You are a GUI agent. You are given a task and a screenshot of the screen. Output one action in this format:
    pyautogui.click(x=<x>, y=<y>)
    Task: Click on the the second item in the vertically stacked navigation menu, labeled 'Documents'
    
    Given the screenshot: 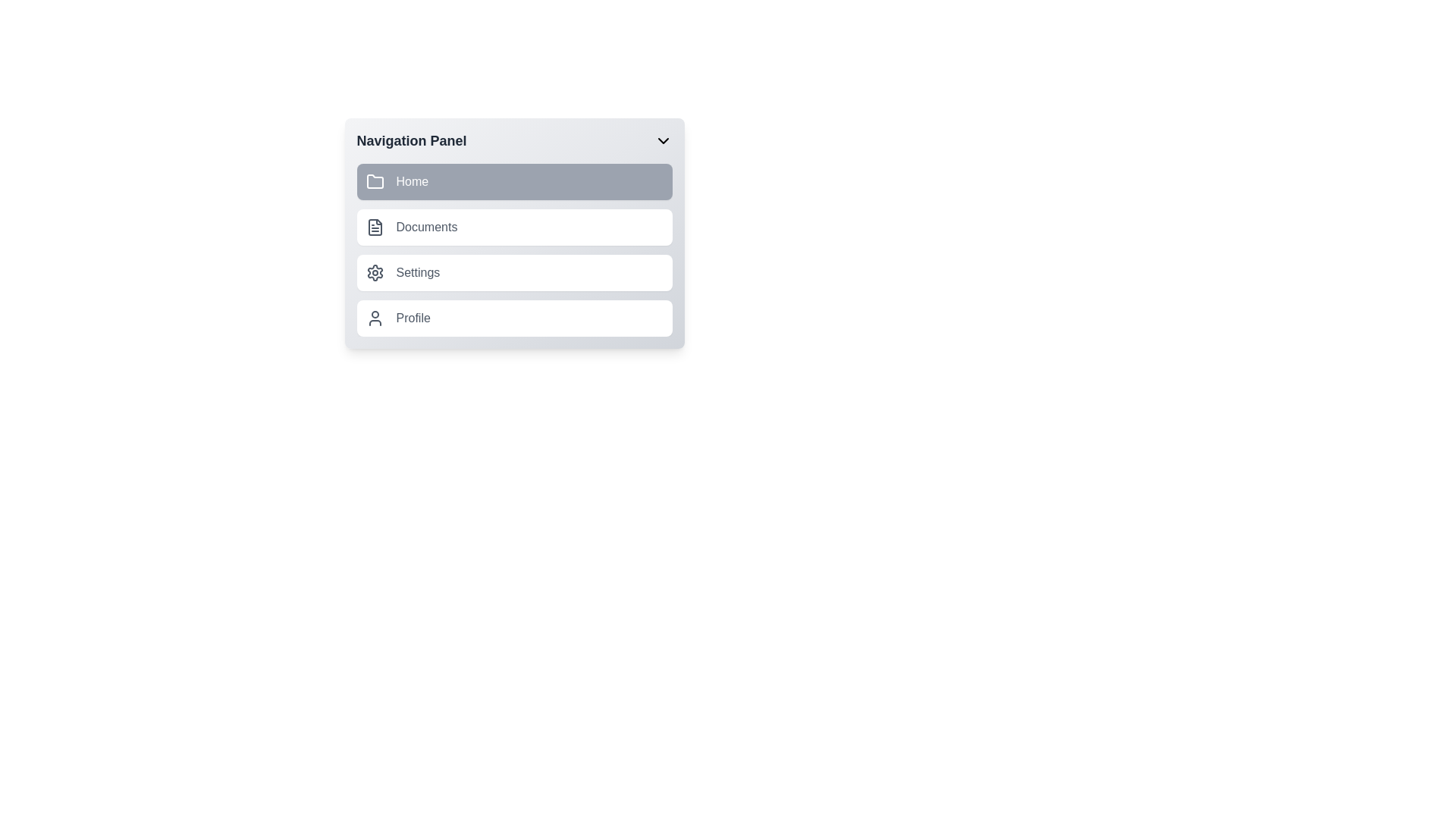 What is the action you would take?
    pyautogui.click(x=514, y=249)
    